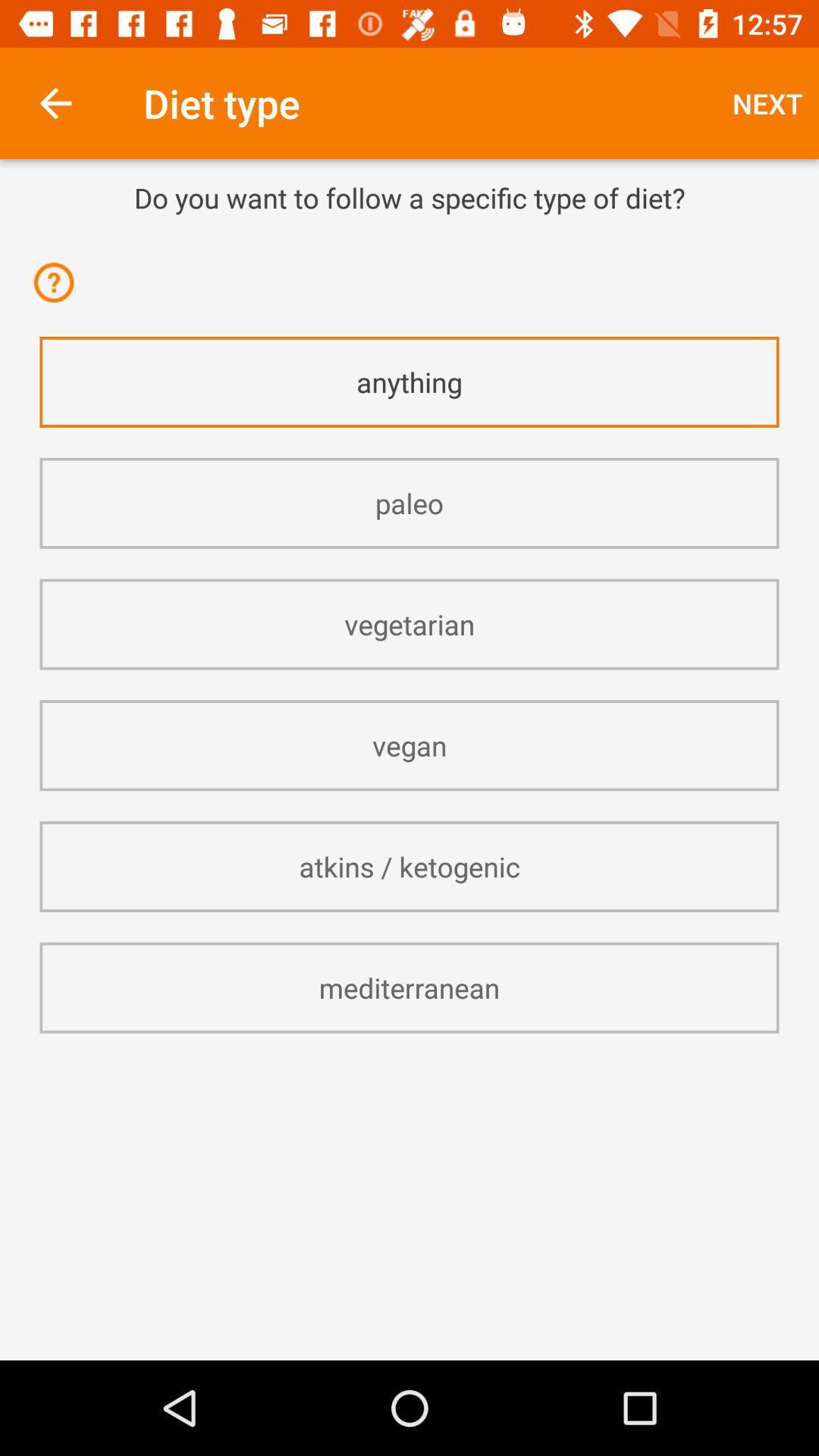  I want to click on the icon above vegetarian app, so click(409, 503).